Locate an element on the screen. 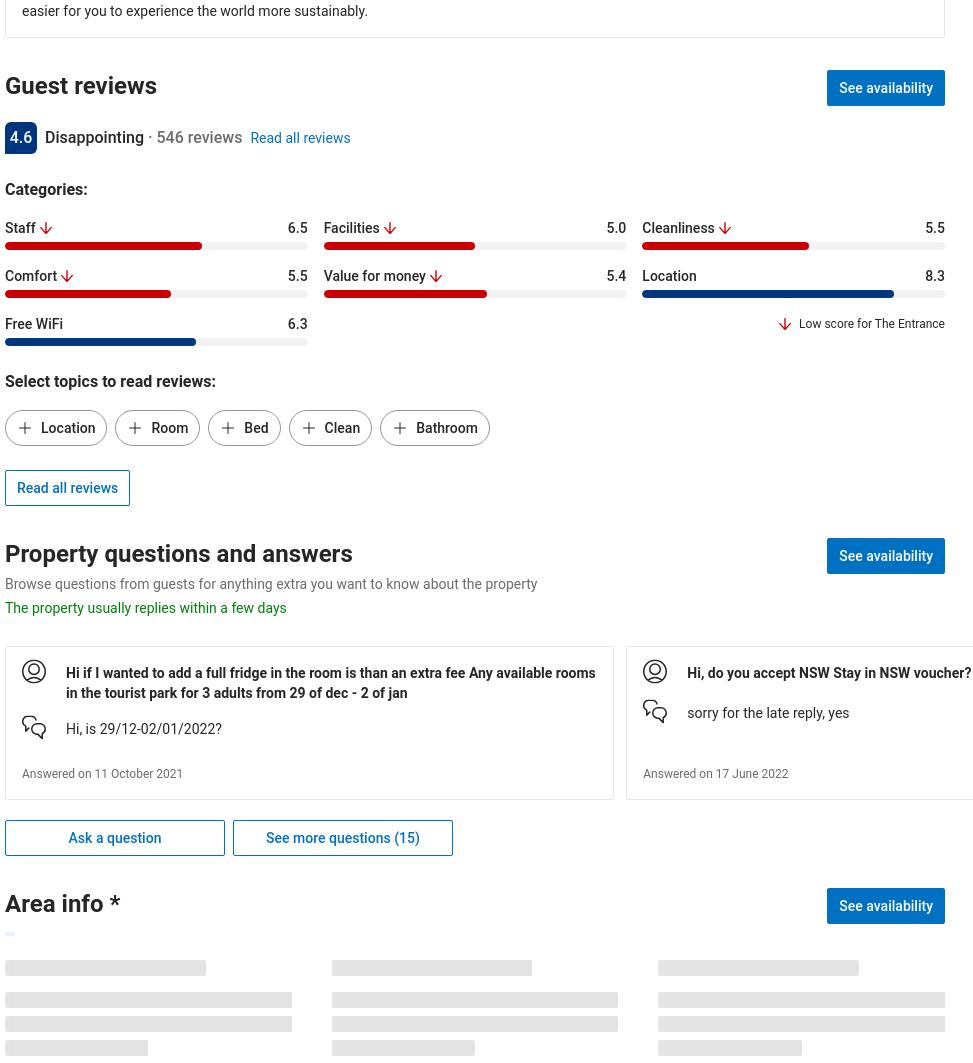 The height and width of the screenshot is (1063, 973). 'Hi, is 29/12-02/01/2022?' is located at coordinates (143, 728).